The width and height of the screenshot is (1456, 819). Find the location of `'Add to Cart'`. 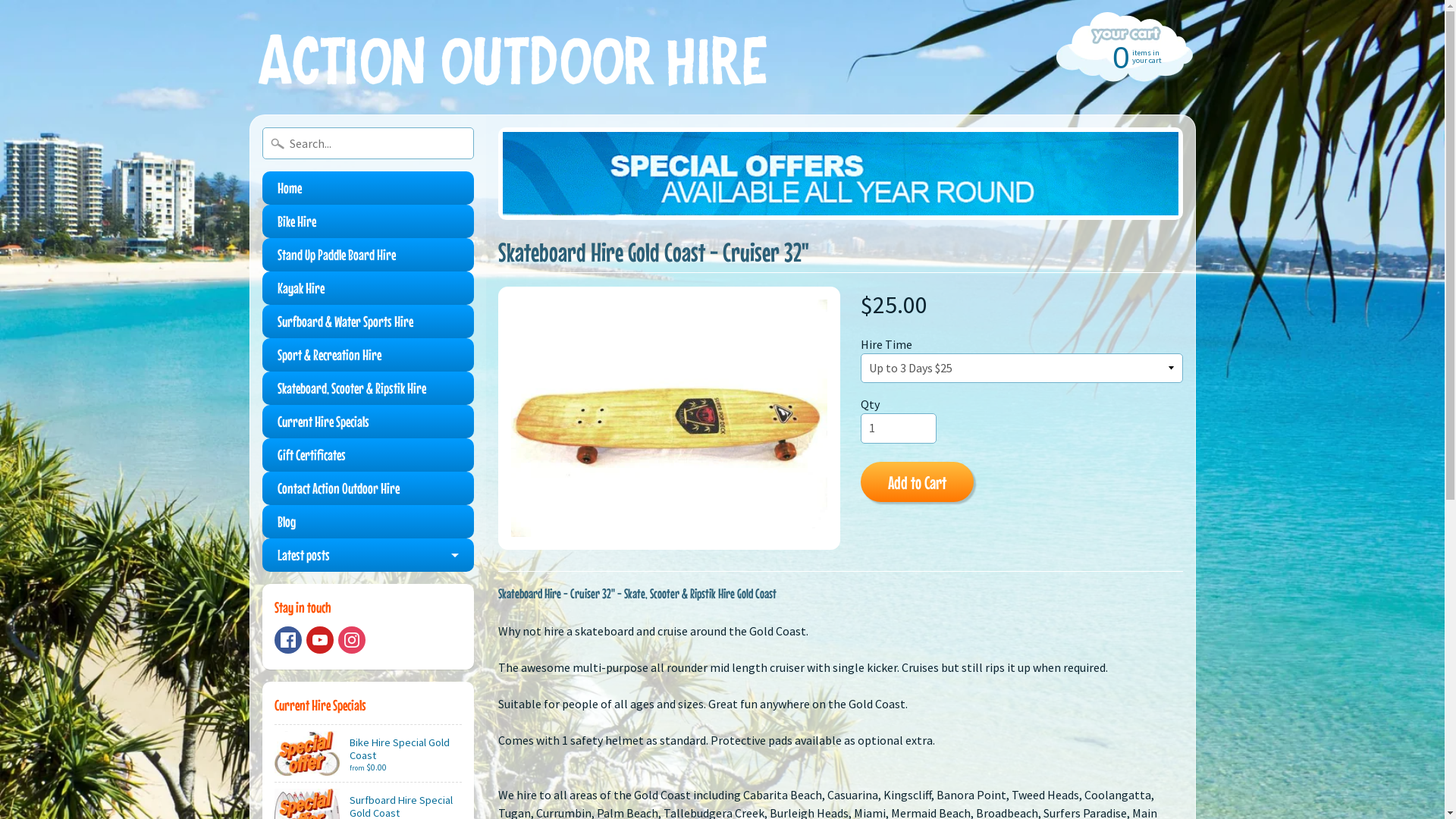

'Add to Cart' is located at coordinates (860, 482).